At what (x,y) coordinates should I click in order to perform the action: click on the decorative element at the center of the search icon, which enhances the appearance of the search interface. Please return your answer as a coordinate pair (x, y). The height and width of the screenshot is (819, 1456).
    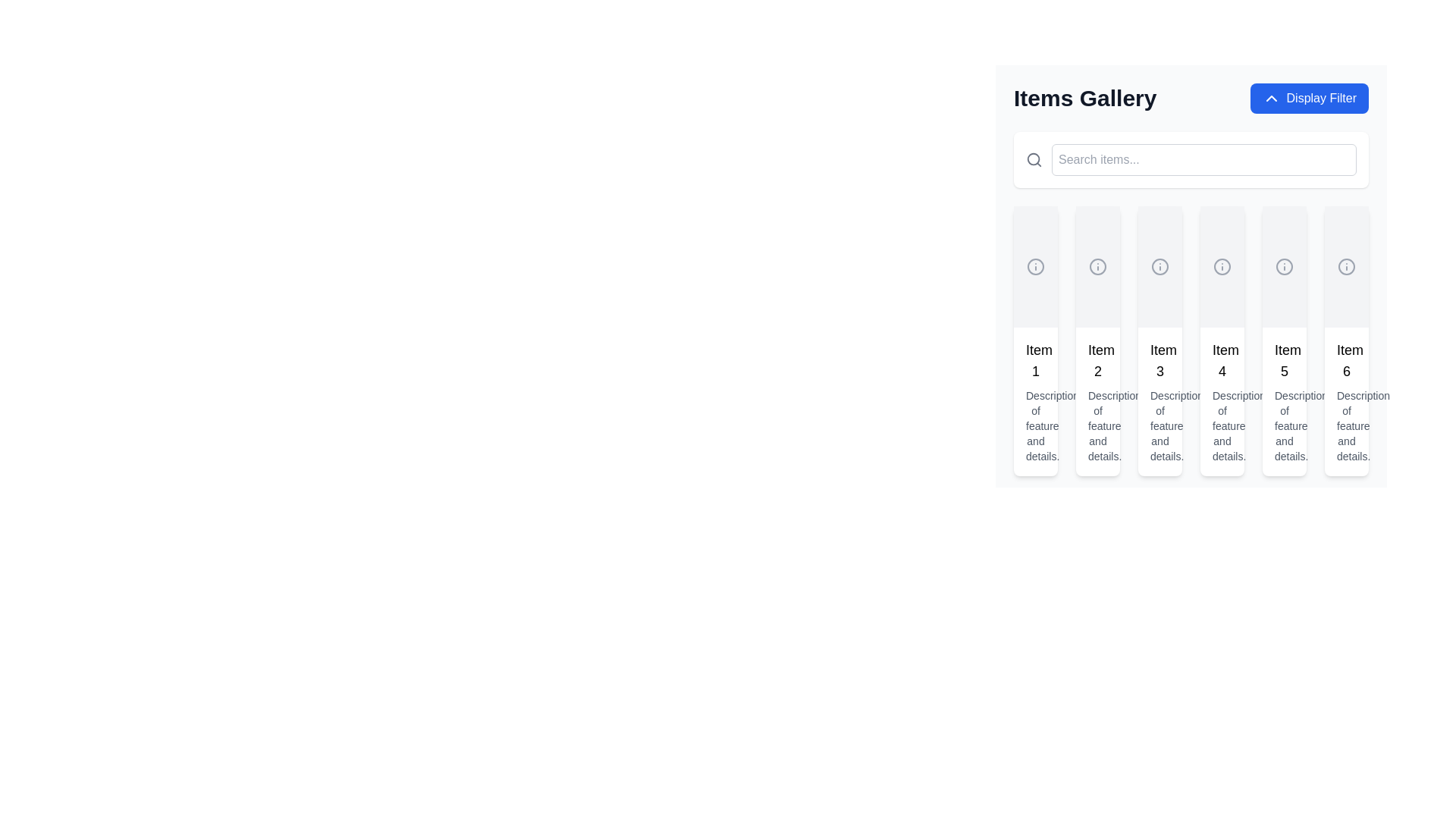
    Looking at the image, I should click on (1033, 159).